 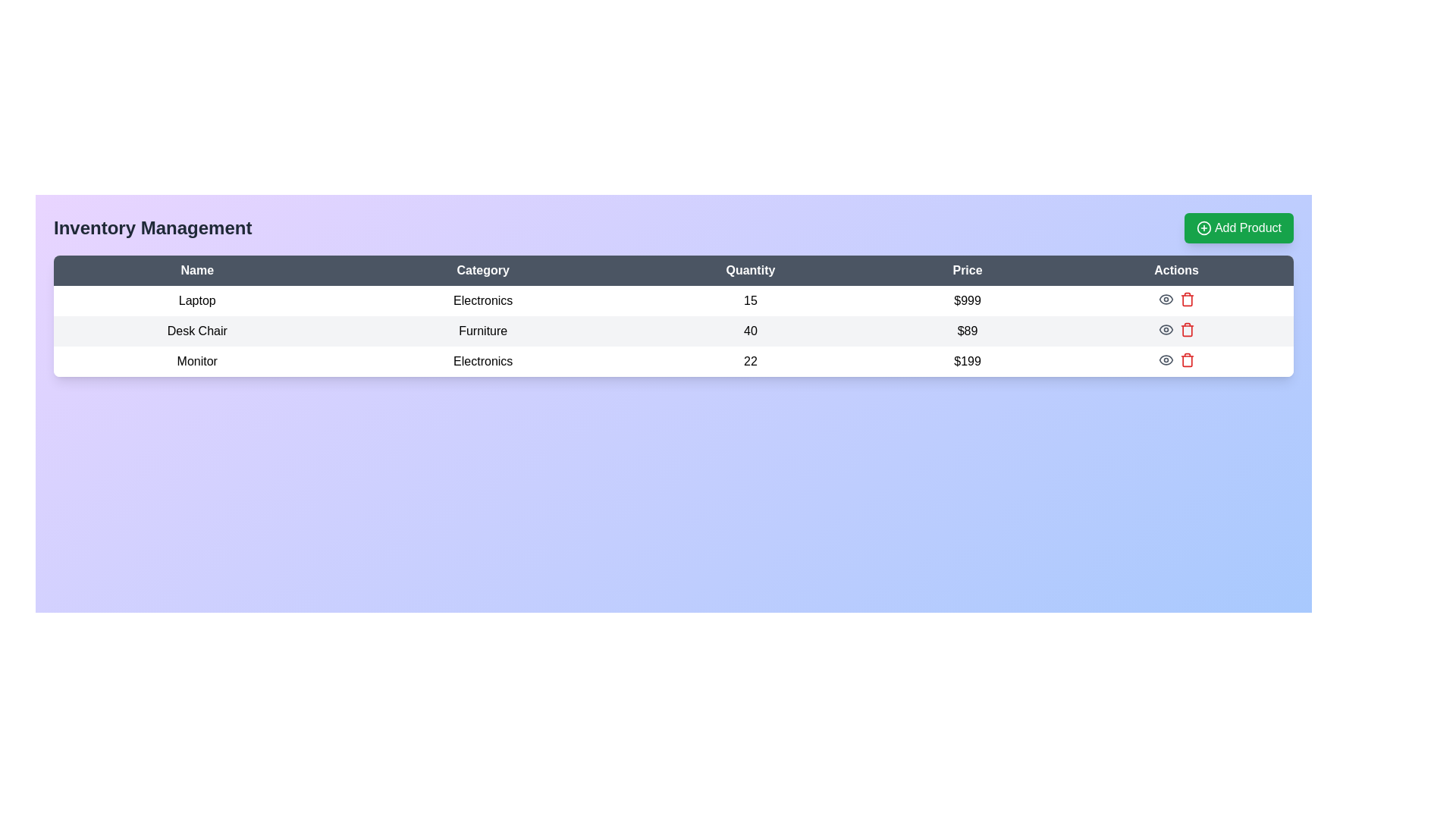 I want to click on the eye icon in the Icon group for the 'Desk Chair' row, so click(x=1175, y=329).